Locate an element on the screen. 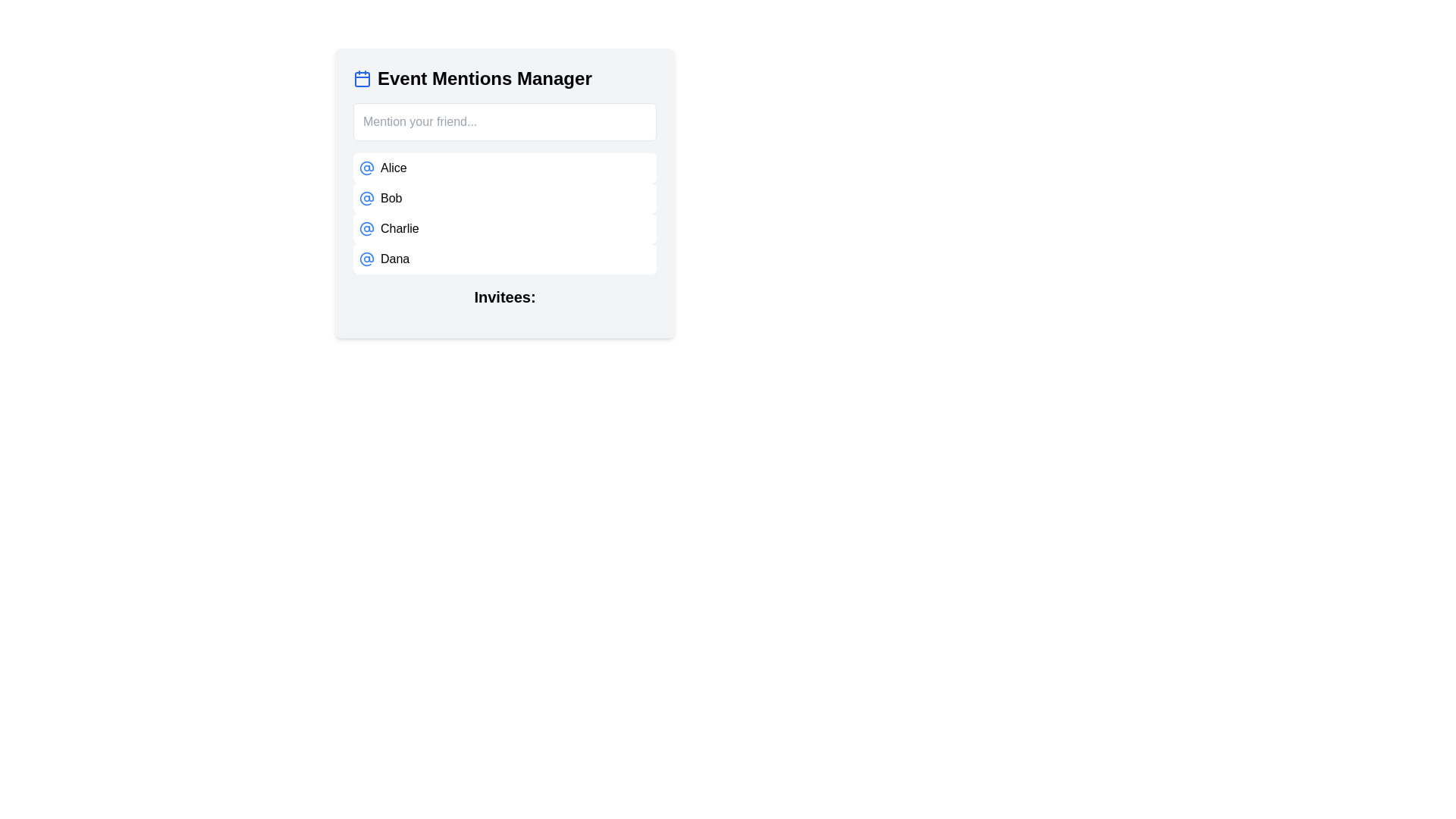  the '@' icon next to the name 'Dana' in the invitees list, which is the fourth item in that list is located at coordinates (367, 259).